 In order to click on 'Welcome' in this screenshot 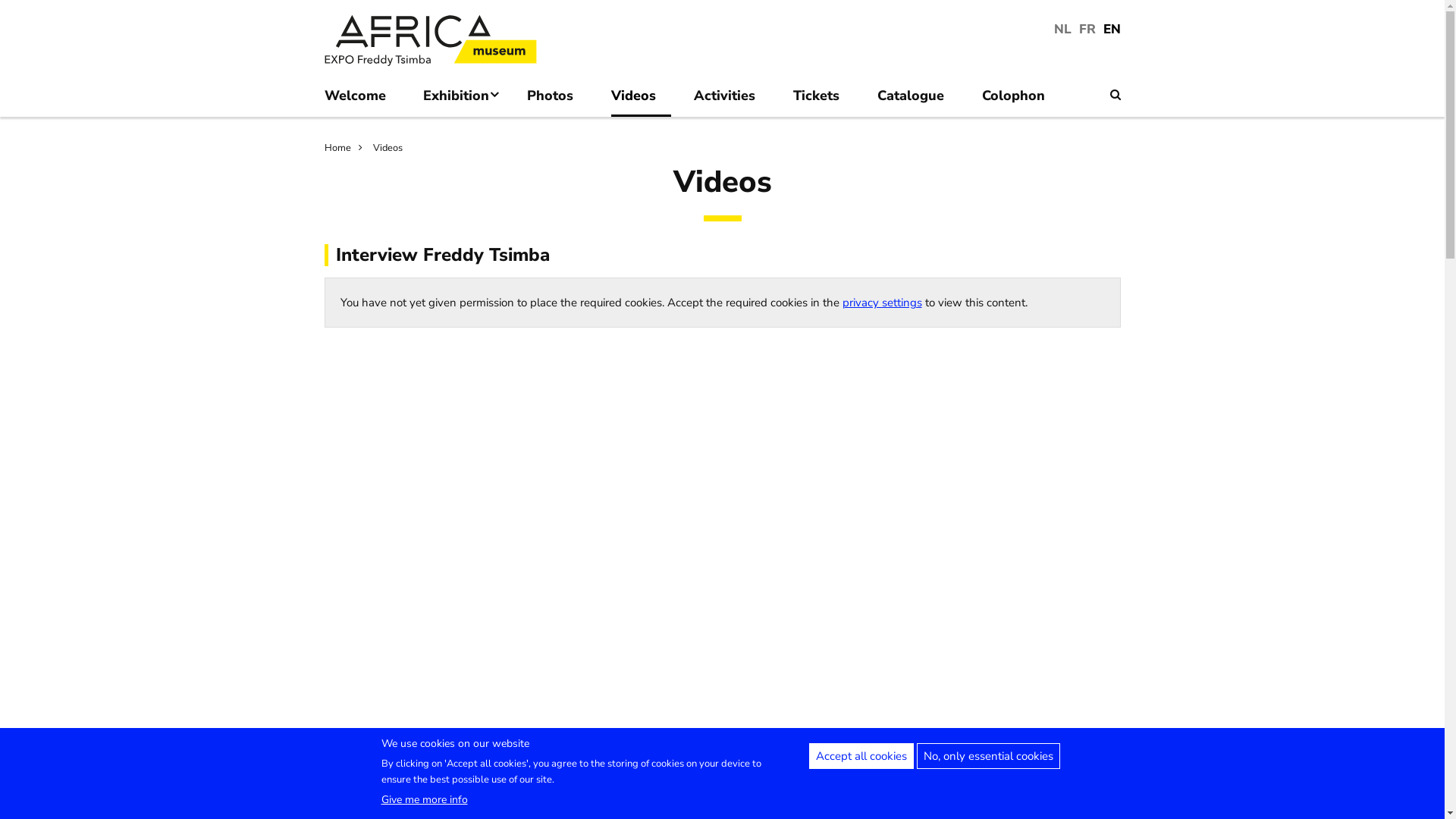, I will do `click(362, 99)`.